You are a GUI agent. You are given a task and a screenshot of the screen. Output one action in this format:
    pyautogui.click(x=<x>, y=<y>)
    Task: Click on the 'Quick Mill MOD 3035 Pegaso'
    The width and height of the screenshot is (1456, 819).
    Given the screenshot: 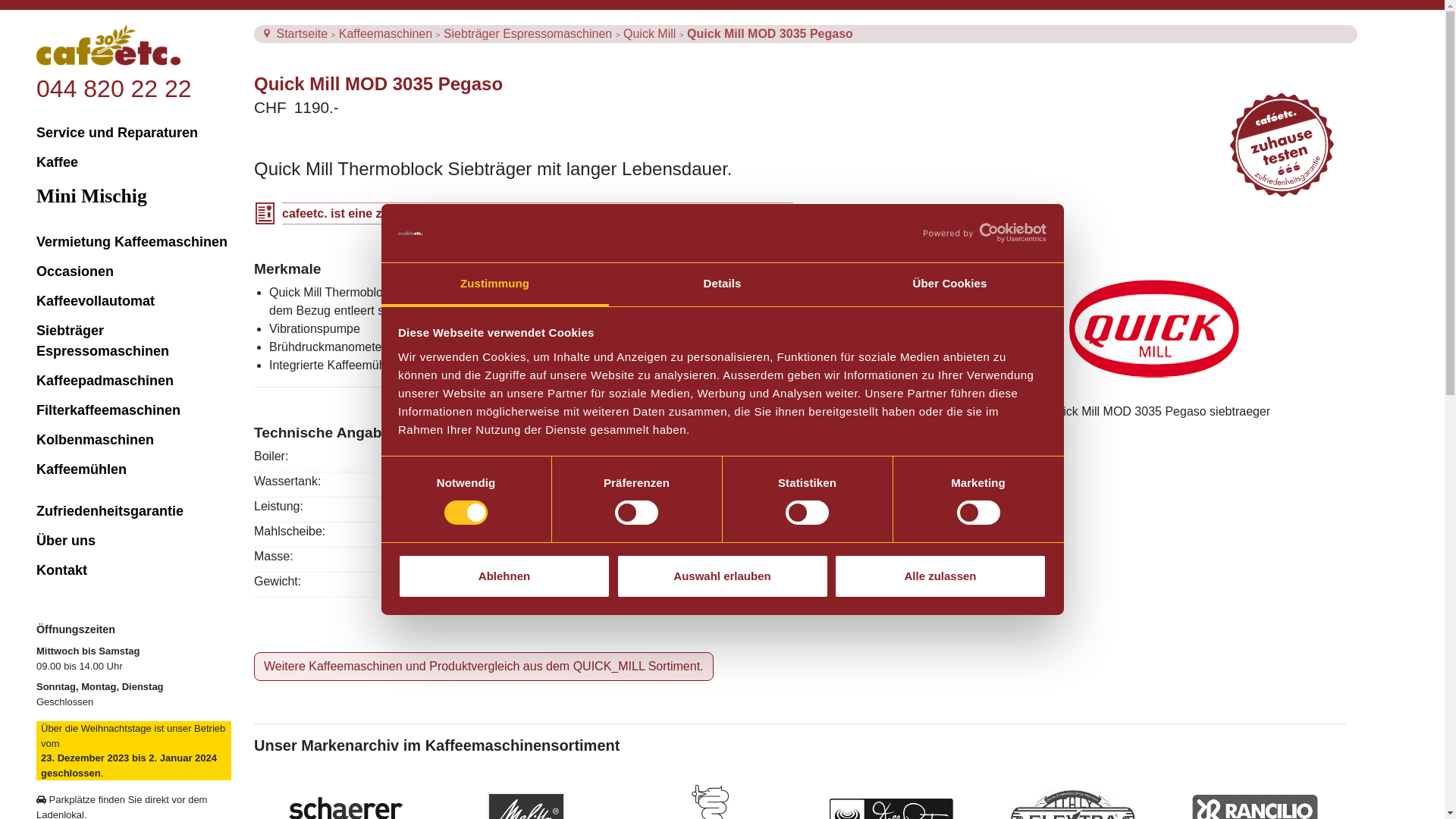 What is the action you would take?
    pyautogui.click(x=770, y=33)
    